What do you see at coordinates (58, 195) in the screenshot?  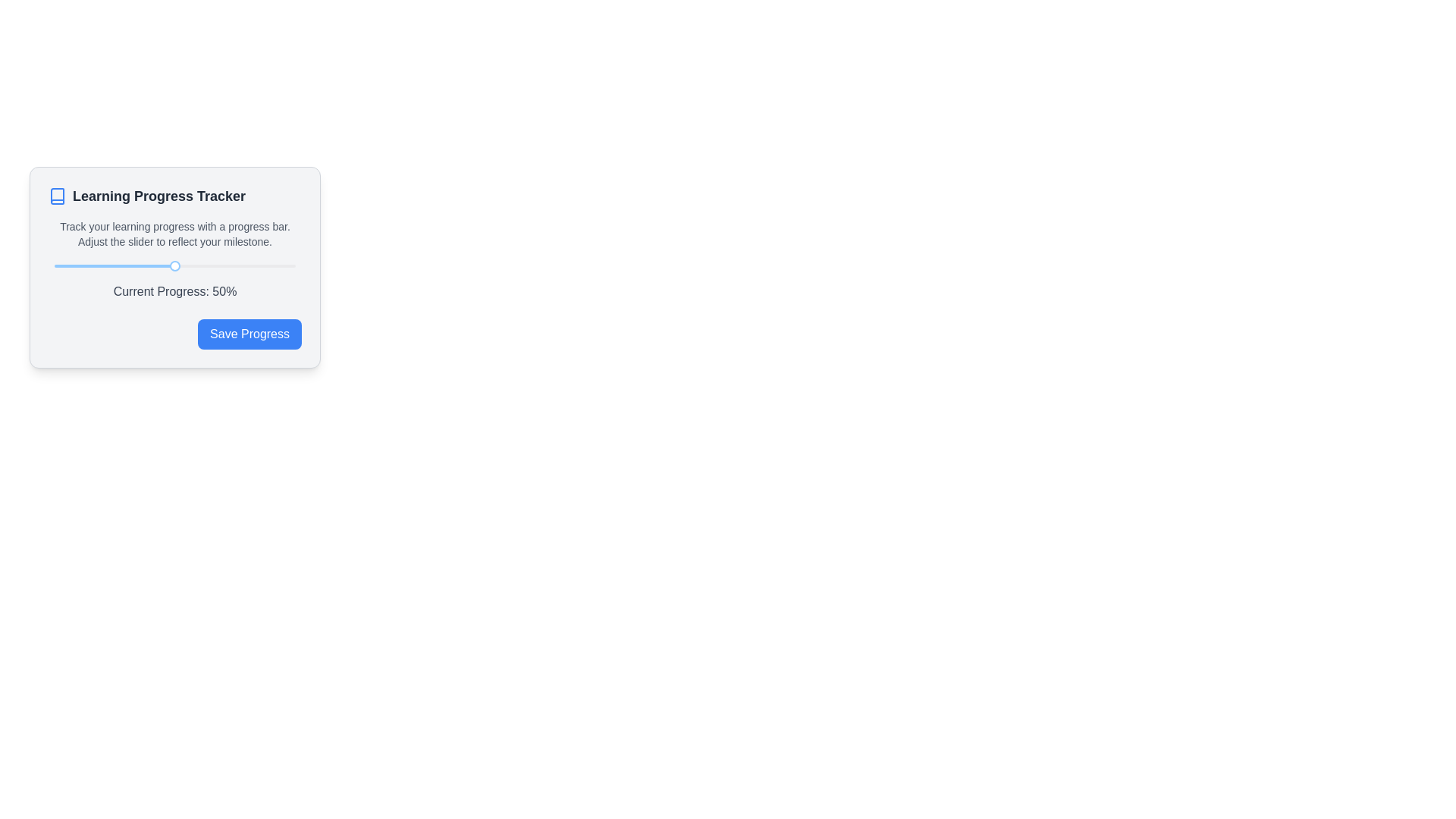 I see `the decorative book icon in the top-left corner of the Learning Progress Tracker widget` at bounding box center [58, 195].